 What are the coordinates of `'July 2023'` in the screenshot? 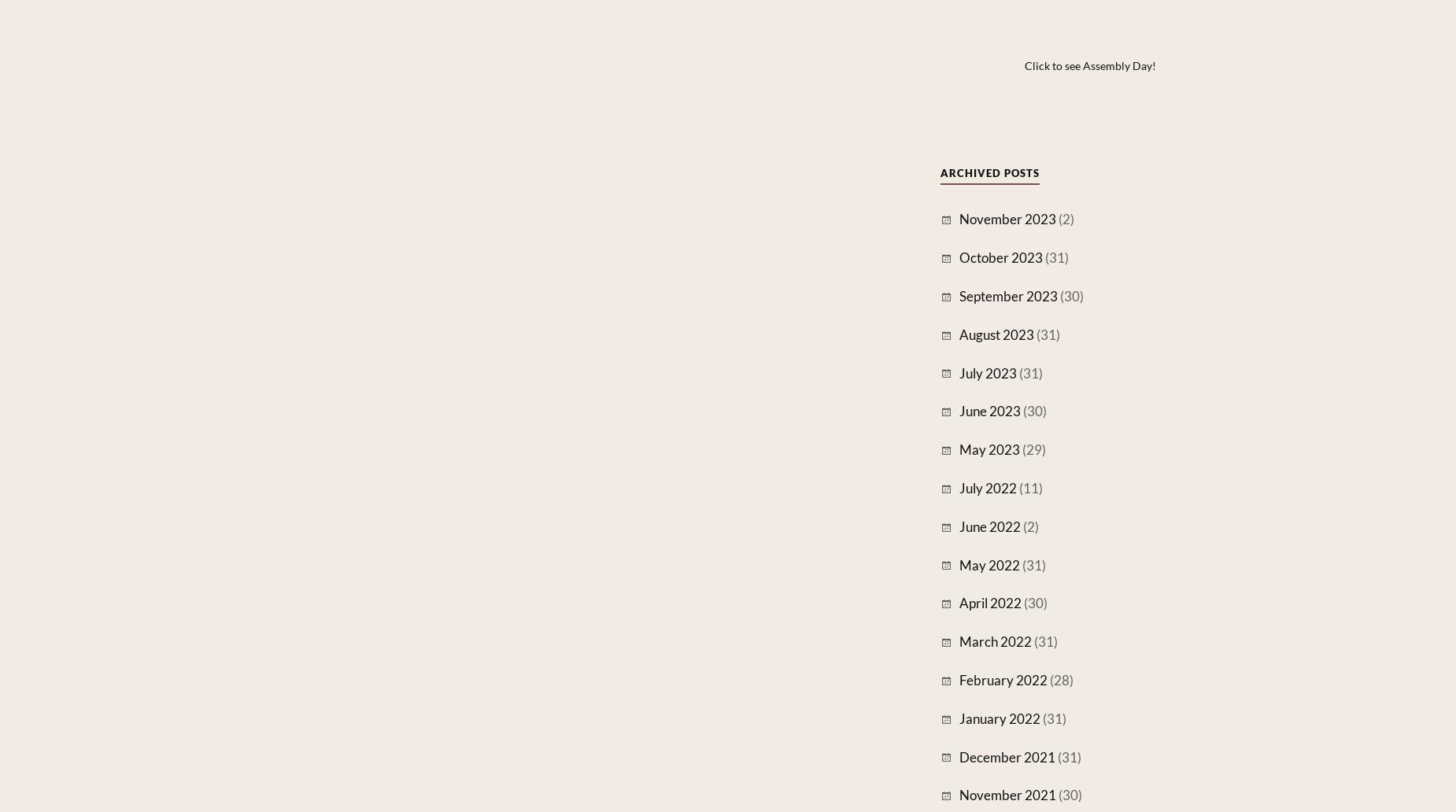 It's located at (987, 371).